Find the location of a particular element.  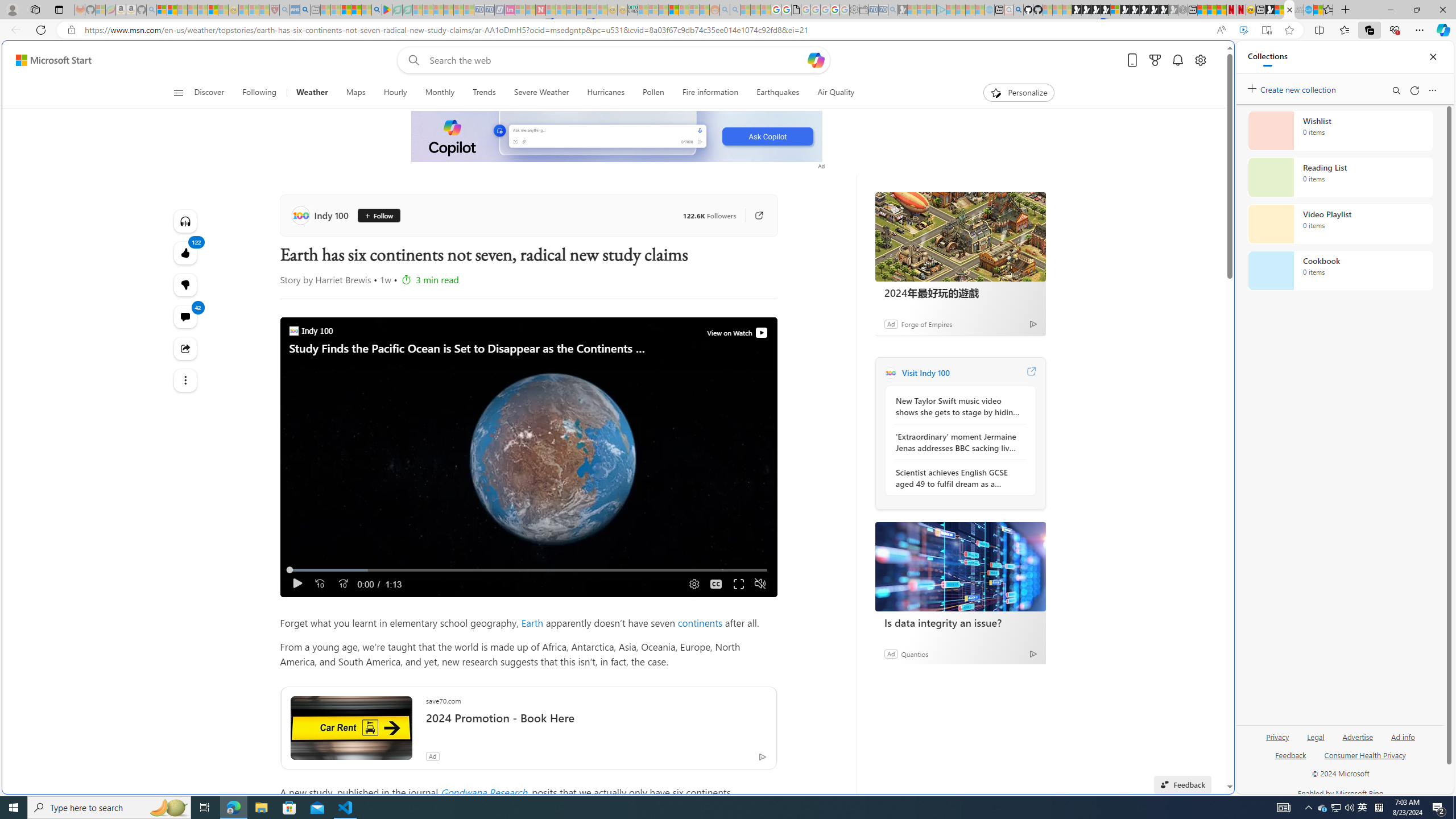

'Pollen' is located at coordinates (652, 92).